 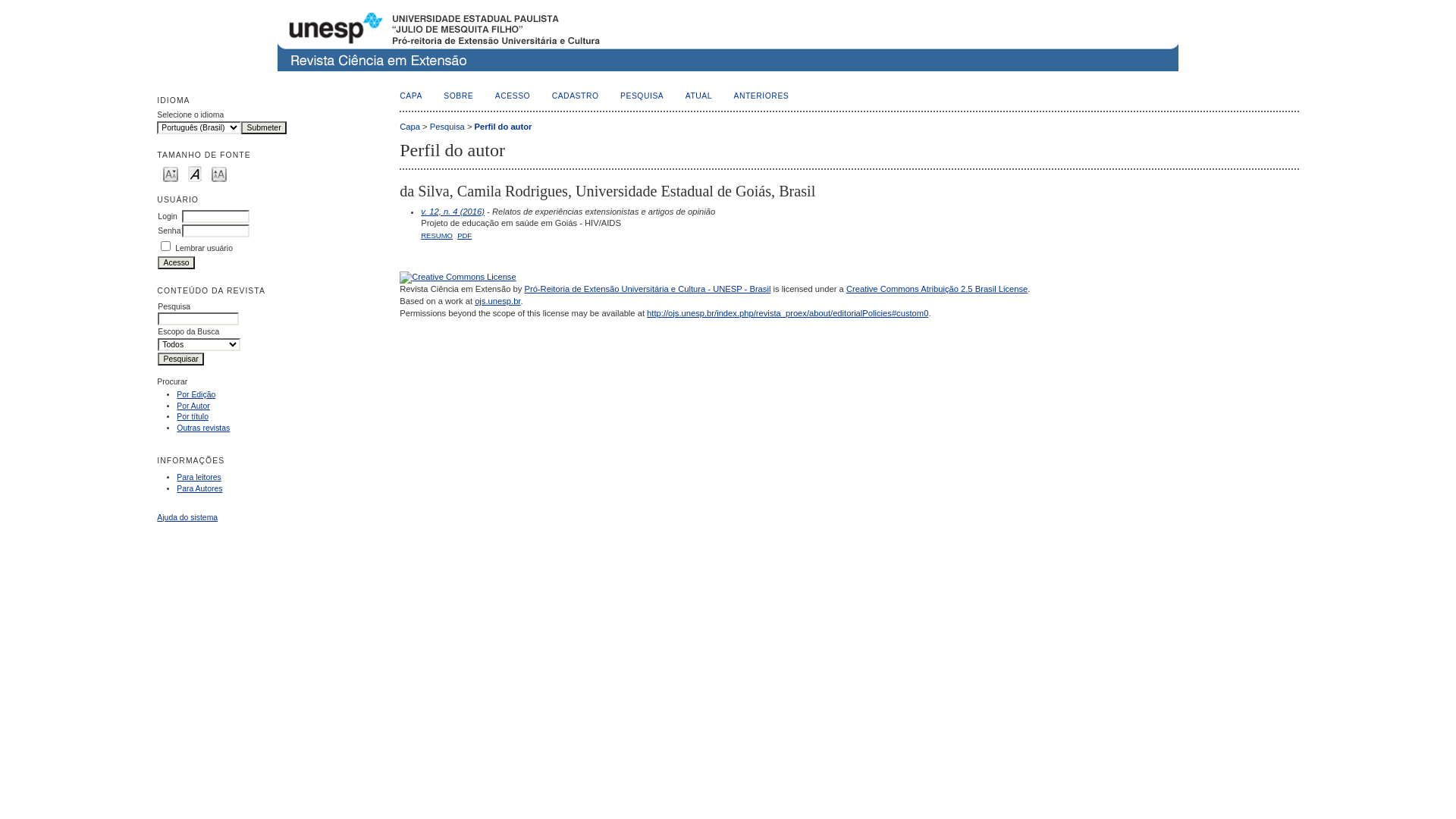 What do you see at coordinates (463, 235) in the screenshot?
I see `'PDF'` at bounding box center [463, 235].